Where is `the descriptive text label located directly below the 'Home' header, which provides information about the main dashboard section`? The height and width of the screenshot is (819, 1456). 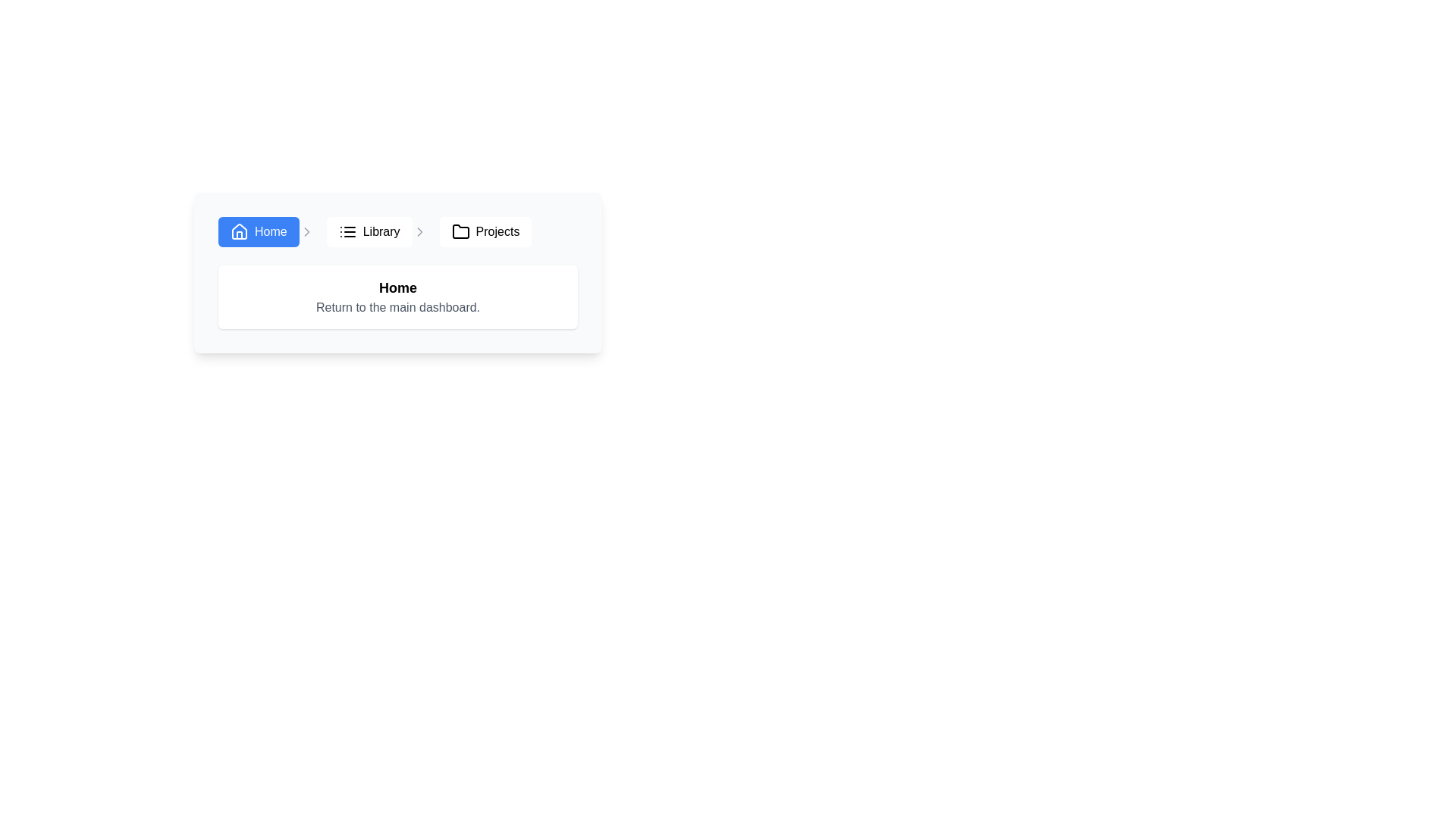
the descriptive text label located directly below the 'Home' header, which provides information about the main dashboard section is located at coordinates (397, 307).